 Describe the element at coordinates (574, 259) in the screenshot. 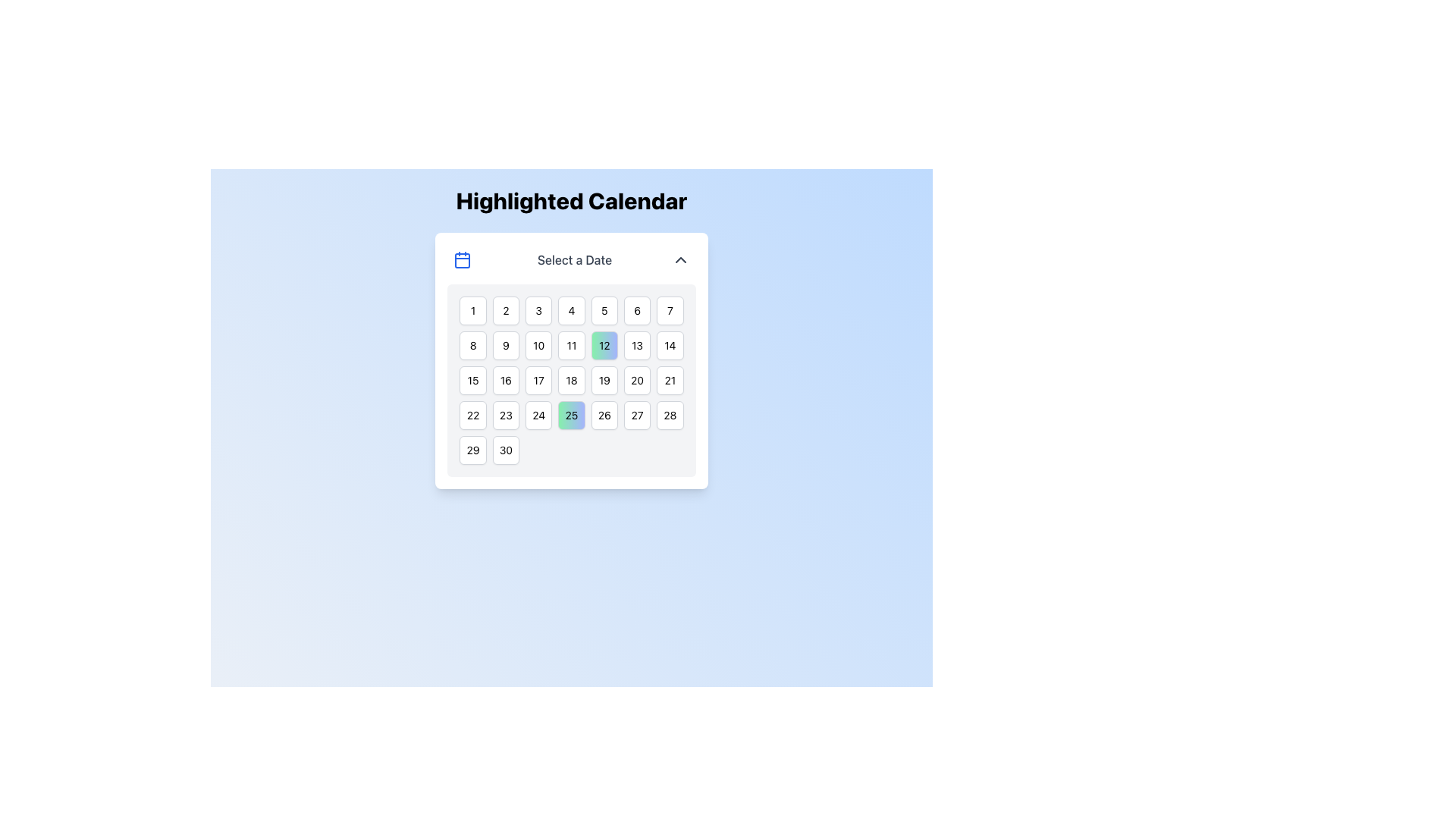

I see `the text label that identifies the date selection field in the calendar interface, located between an icon on the left and a chevron icon on the right` at that location.